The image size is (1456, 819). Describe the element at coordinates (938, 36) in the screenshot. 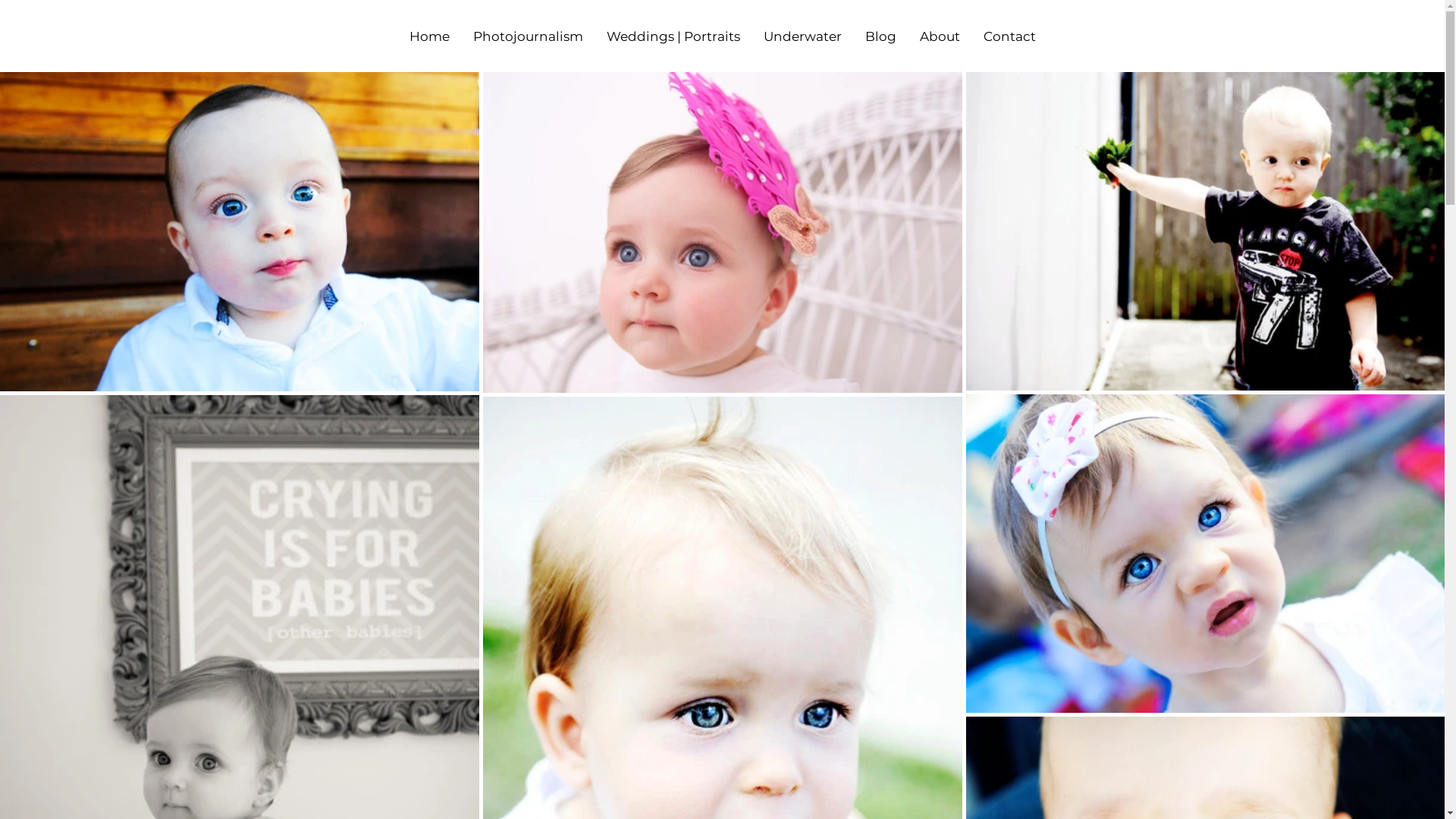

I see `'About'` at that location.